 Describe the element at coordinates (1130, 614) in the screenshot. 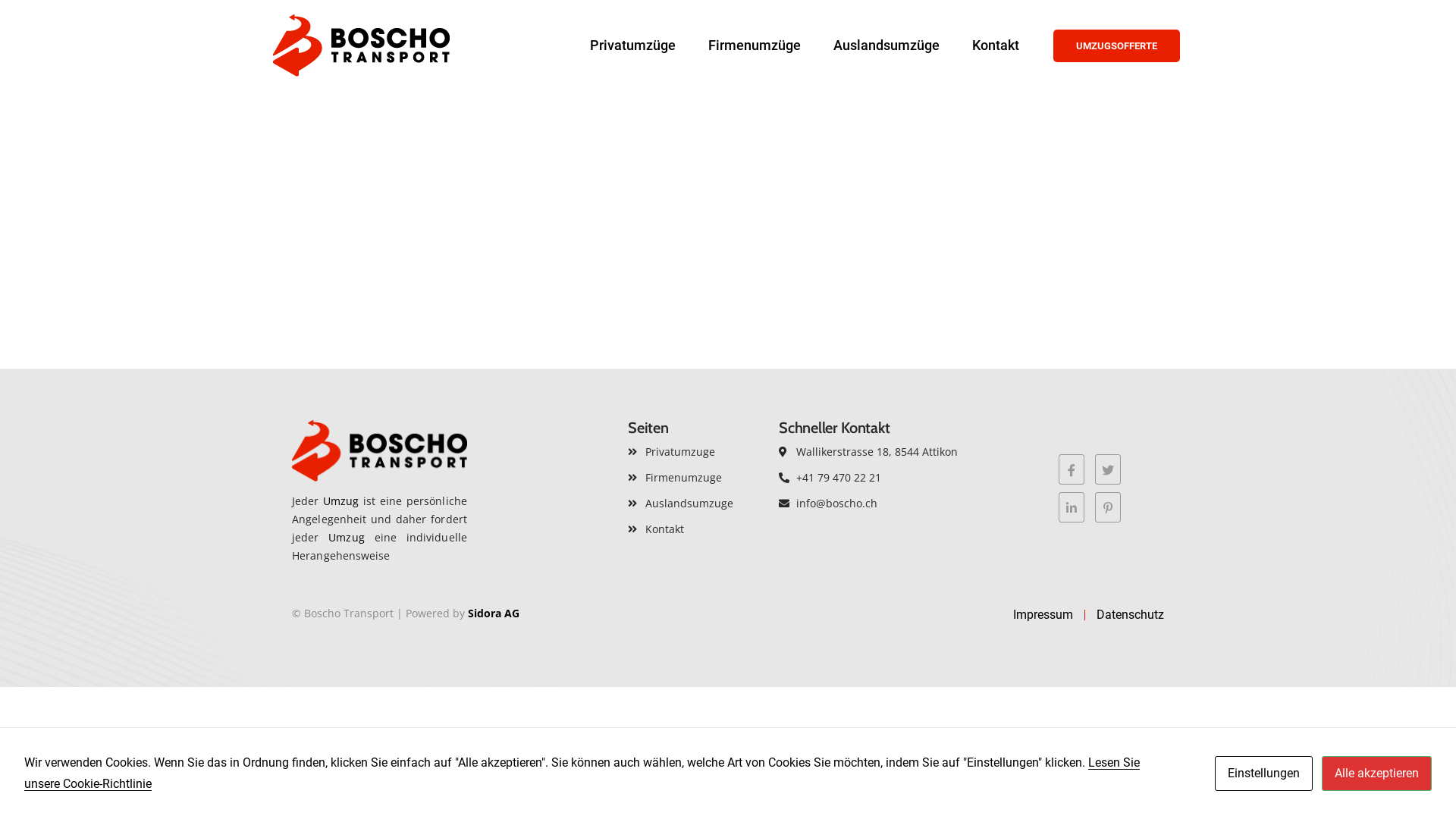

I see `'Datenschutz'` at that location.